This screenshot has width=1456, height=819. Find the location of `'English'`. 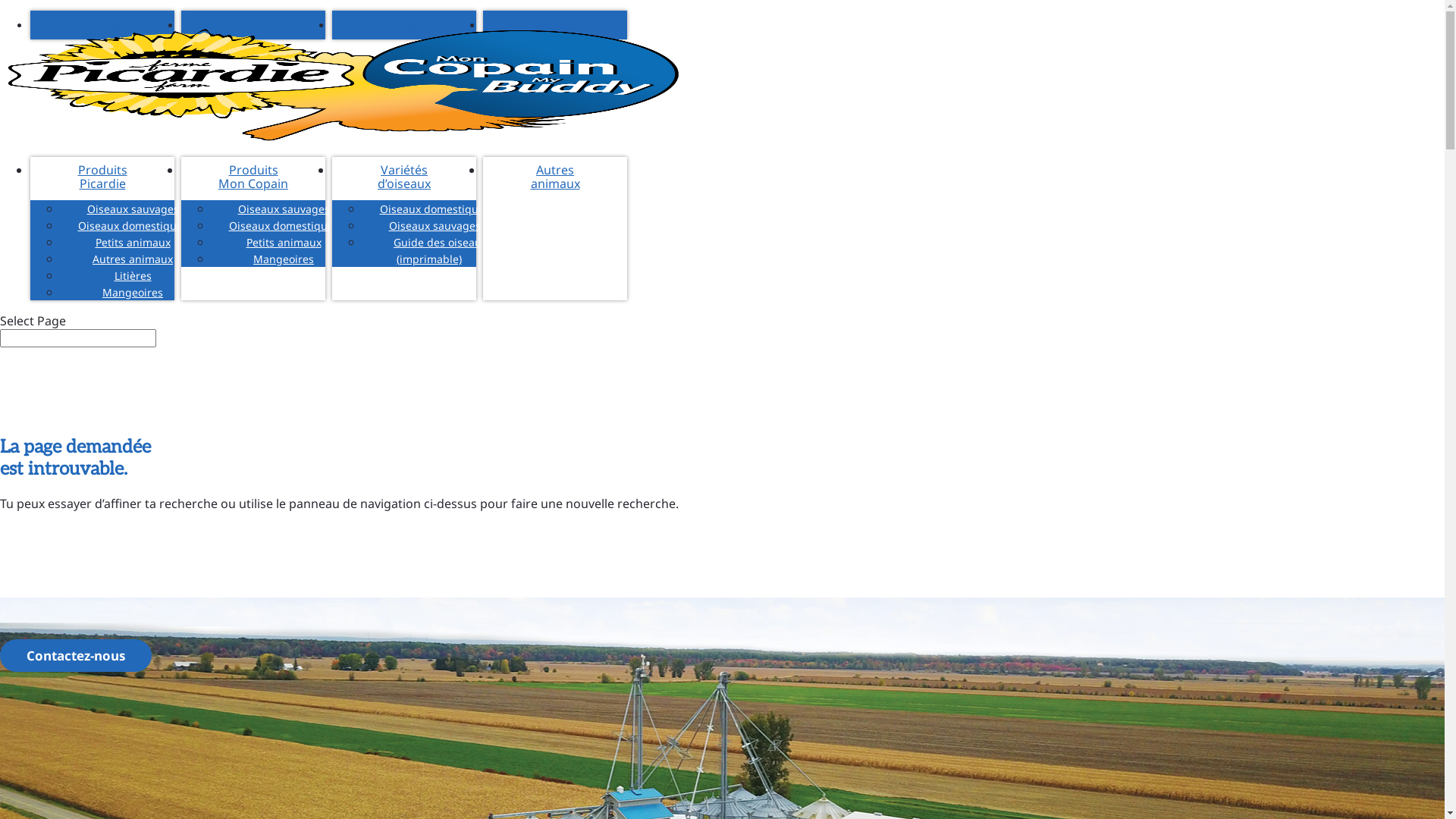

'English' is located at coordinates (554, 25).